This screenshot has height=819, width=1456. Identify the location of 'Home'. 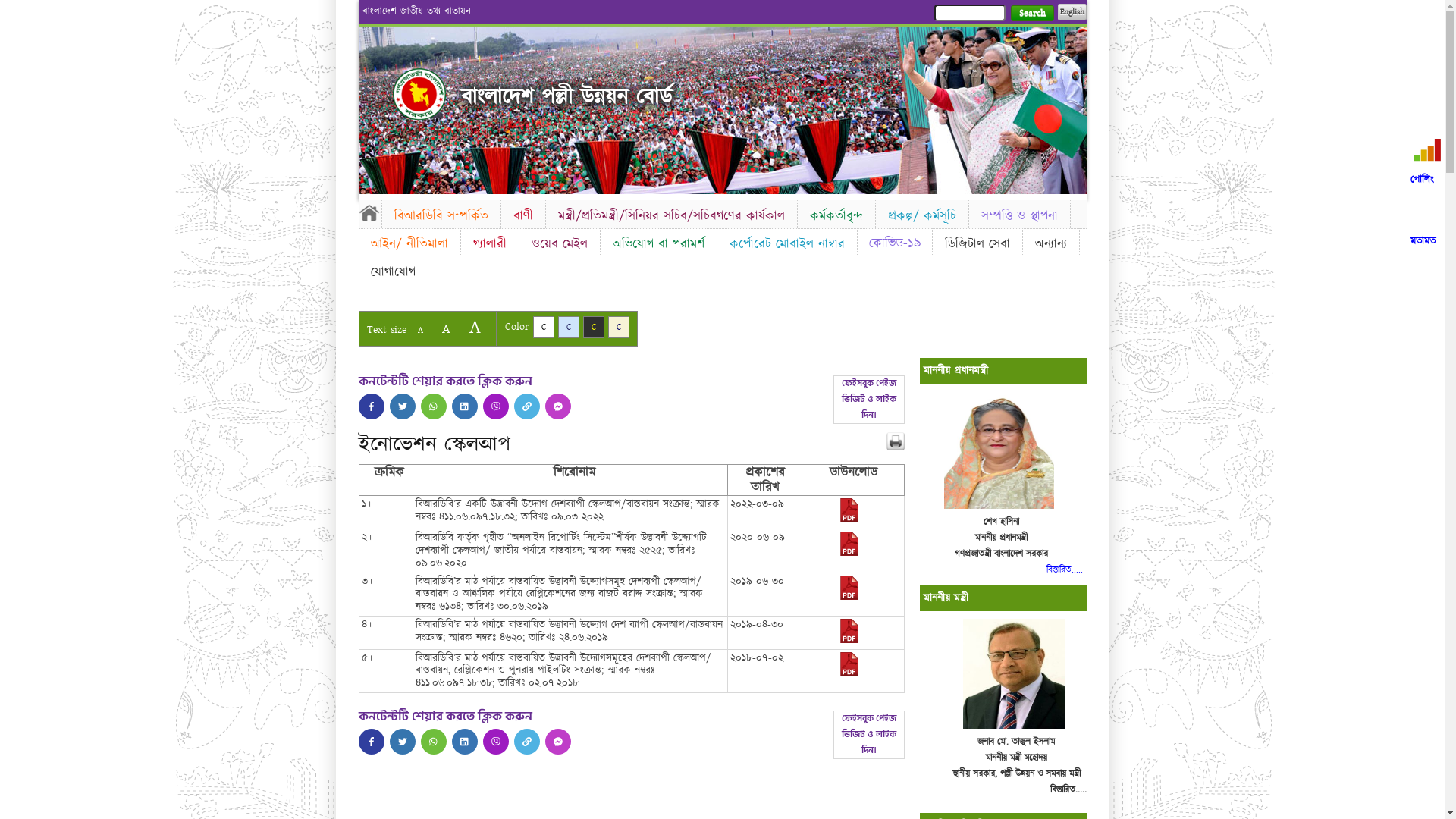
(369, 212).